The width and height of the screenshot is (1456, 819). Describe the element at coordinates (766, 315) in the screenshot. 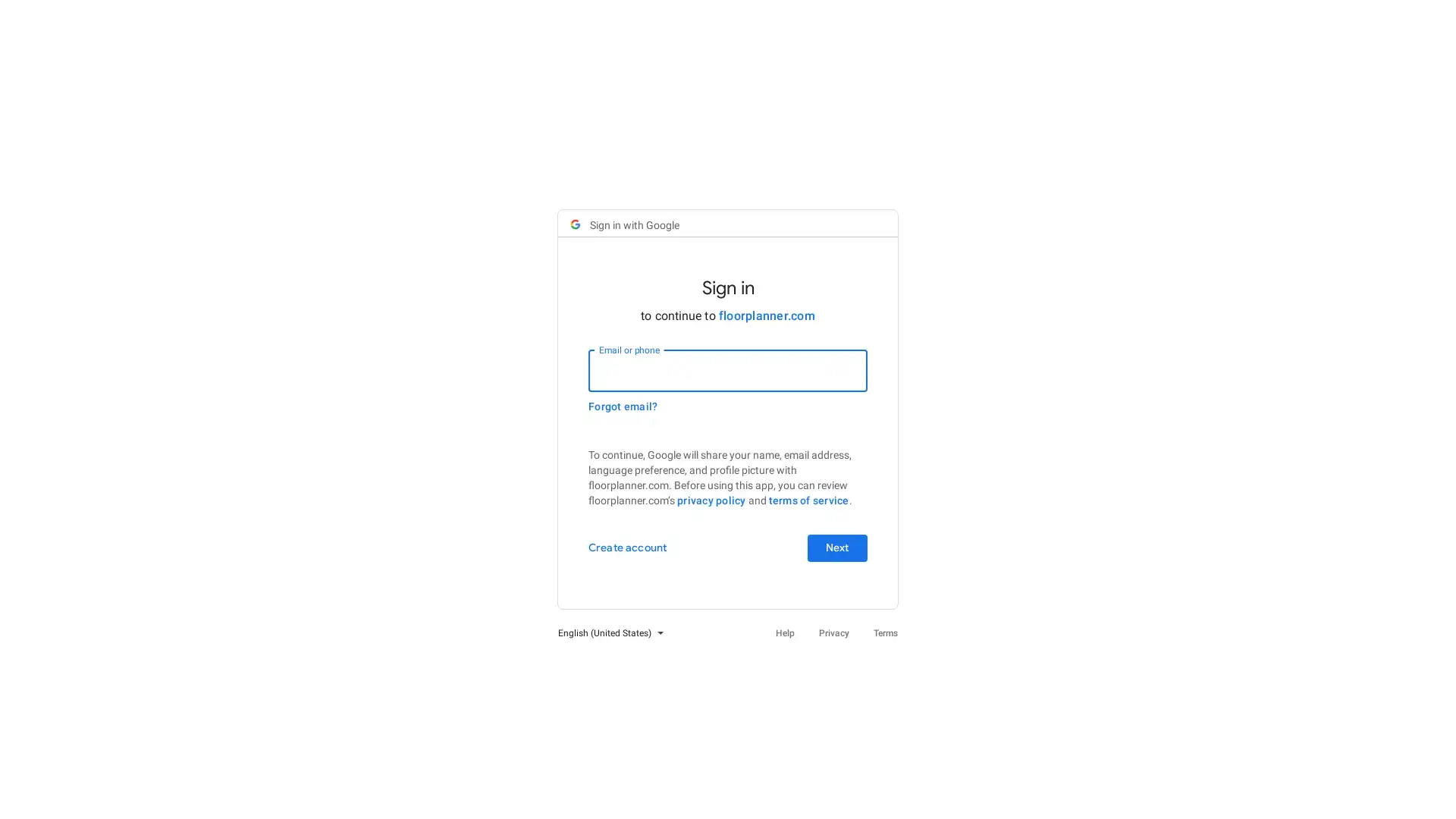

I see `floorplanner.com` at that location.